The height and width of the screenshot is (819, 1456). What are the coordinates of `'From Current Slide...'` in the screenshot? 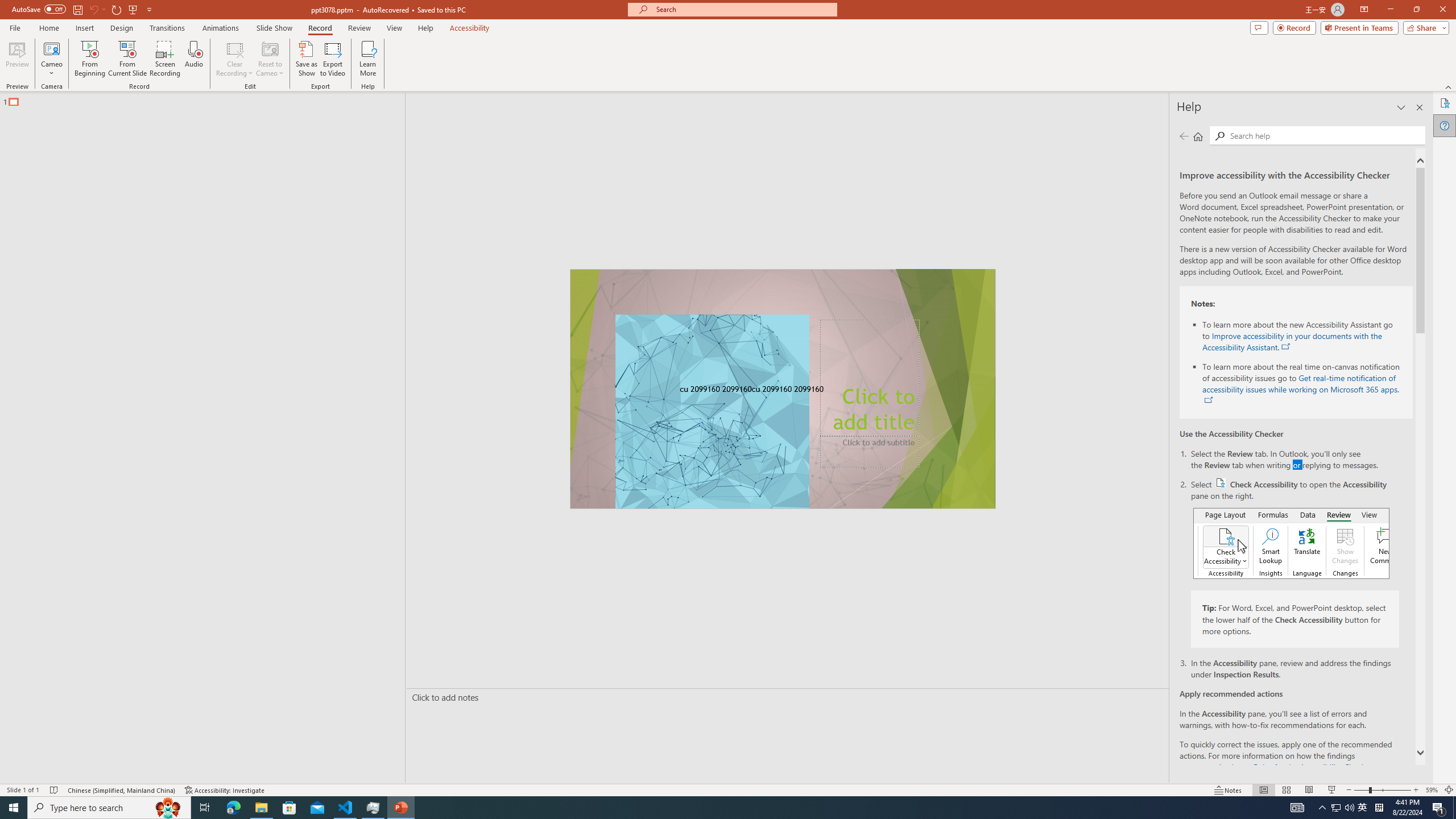 It's located at (127, 59).